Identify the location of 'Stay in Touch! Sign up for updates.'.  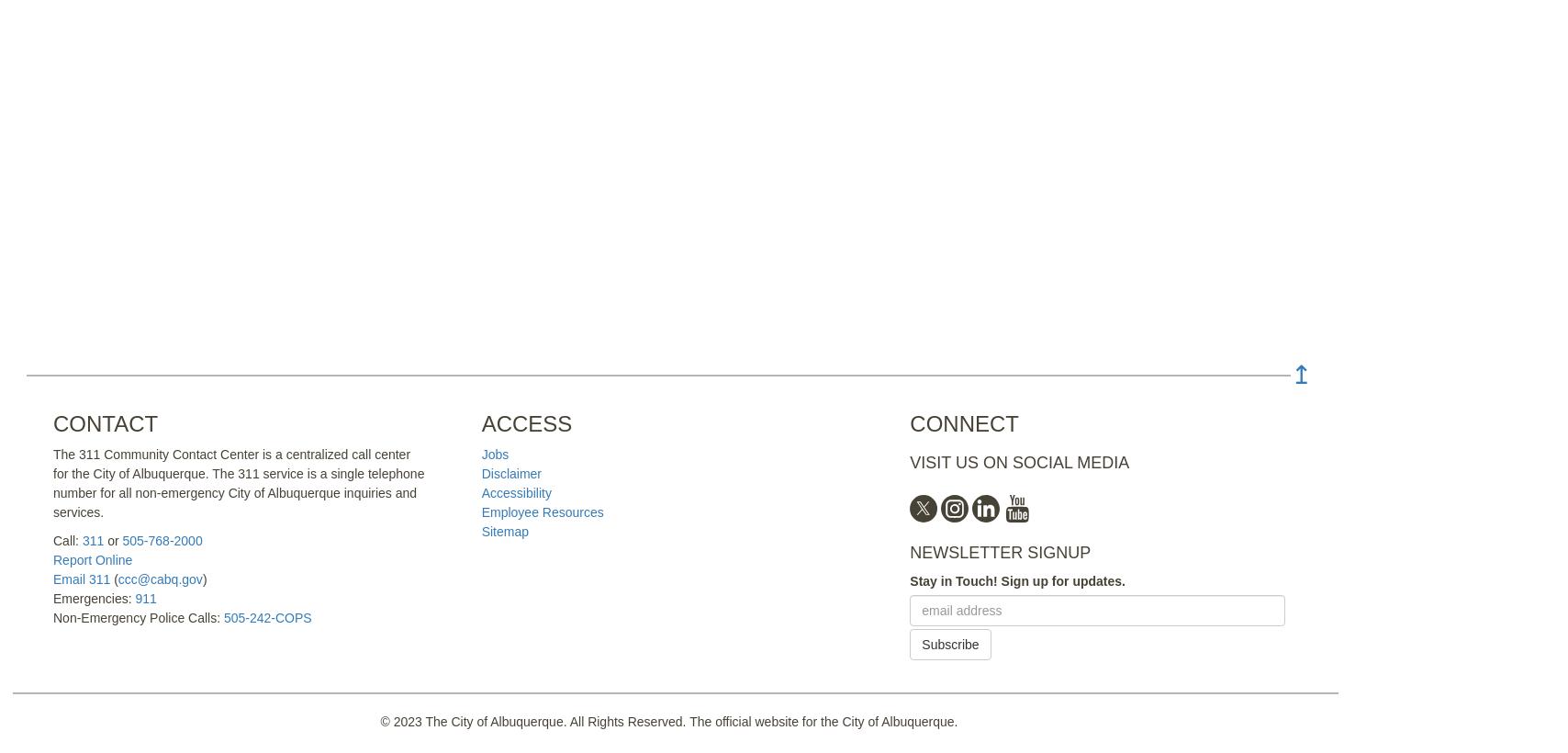
(909, 579).